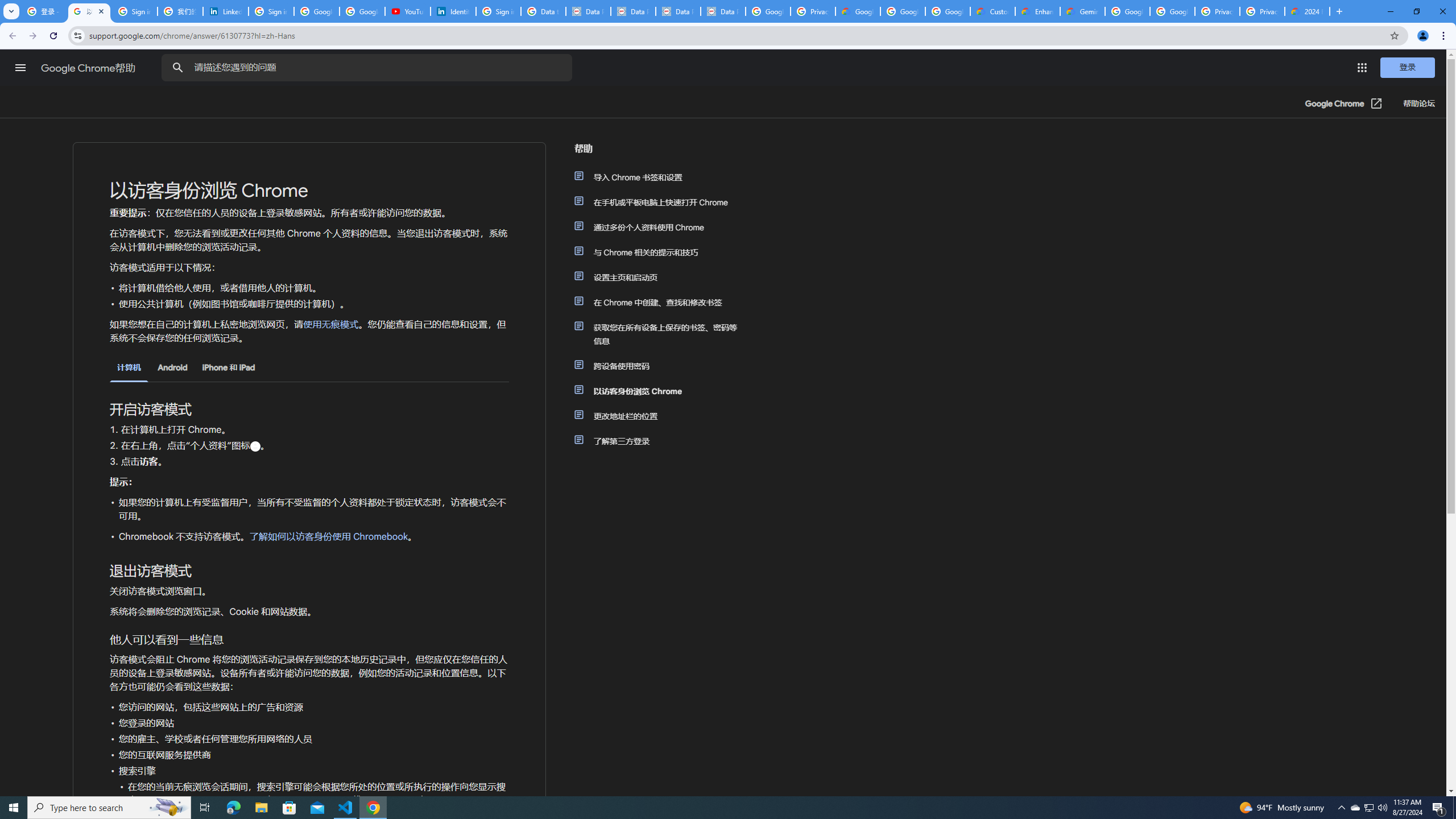 This screenshot has height=819, width=1456. Describe the element at coordinates (902, 11) in the screenshot. I see `'Google Workspace - Specific Terms'` at that location.